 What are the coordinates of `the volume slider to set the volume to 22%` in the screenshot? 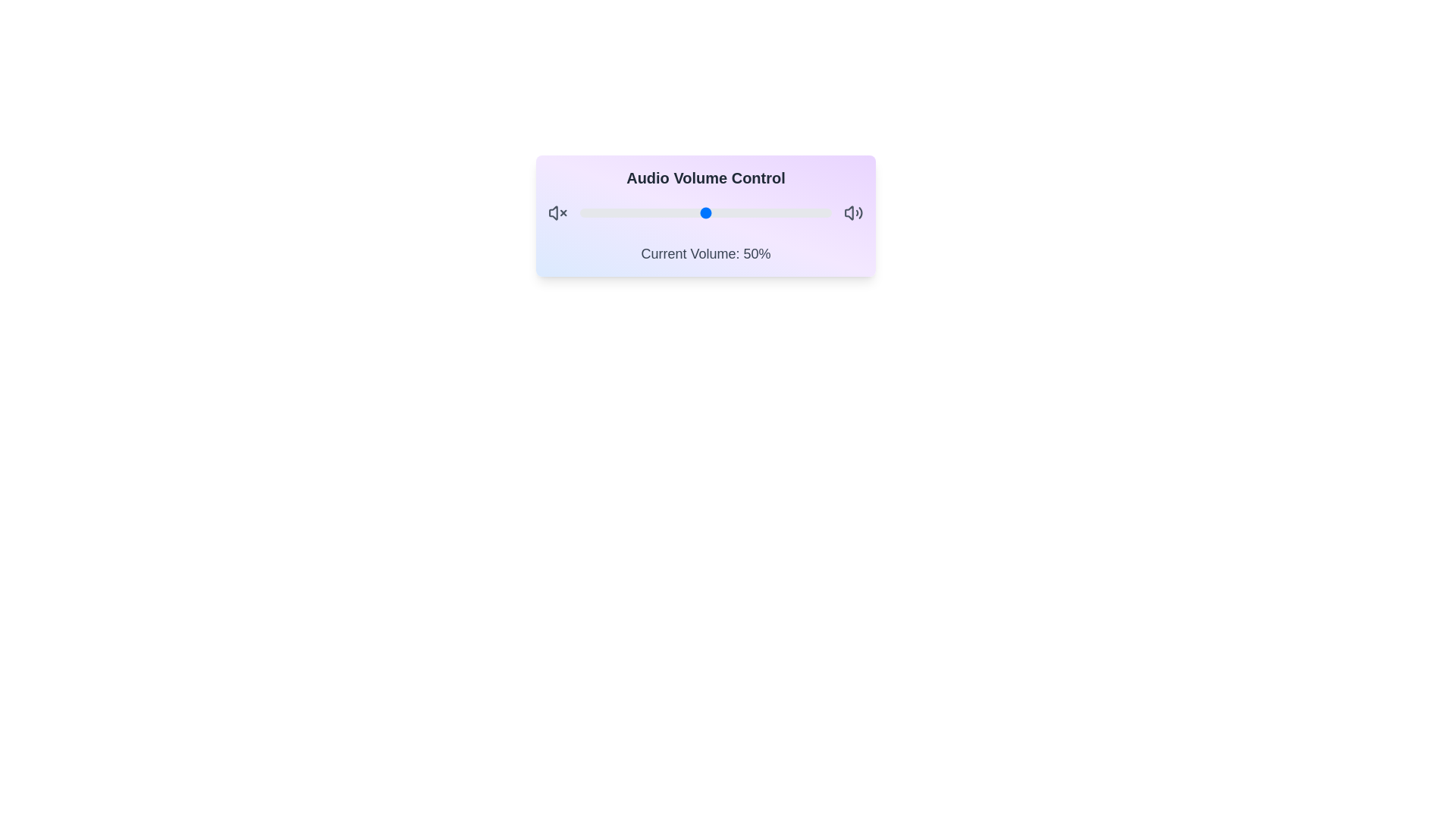 It's located at (635, 213).